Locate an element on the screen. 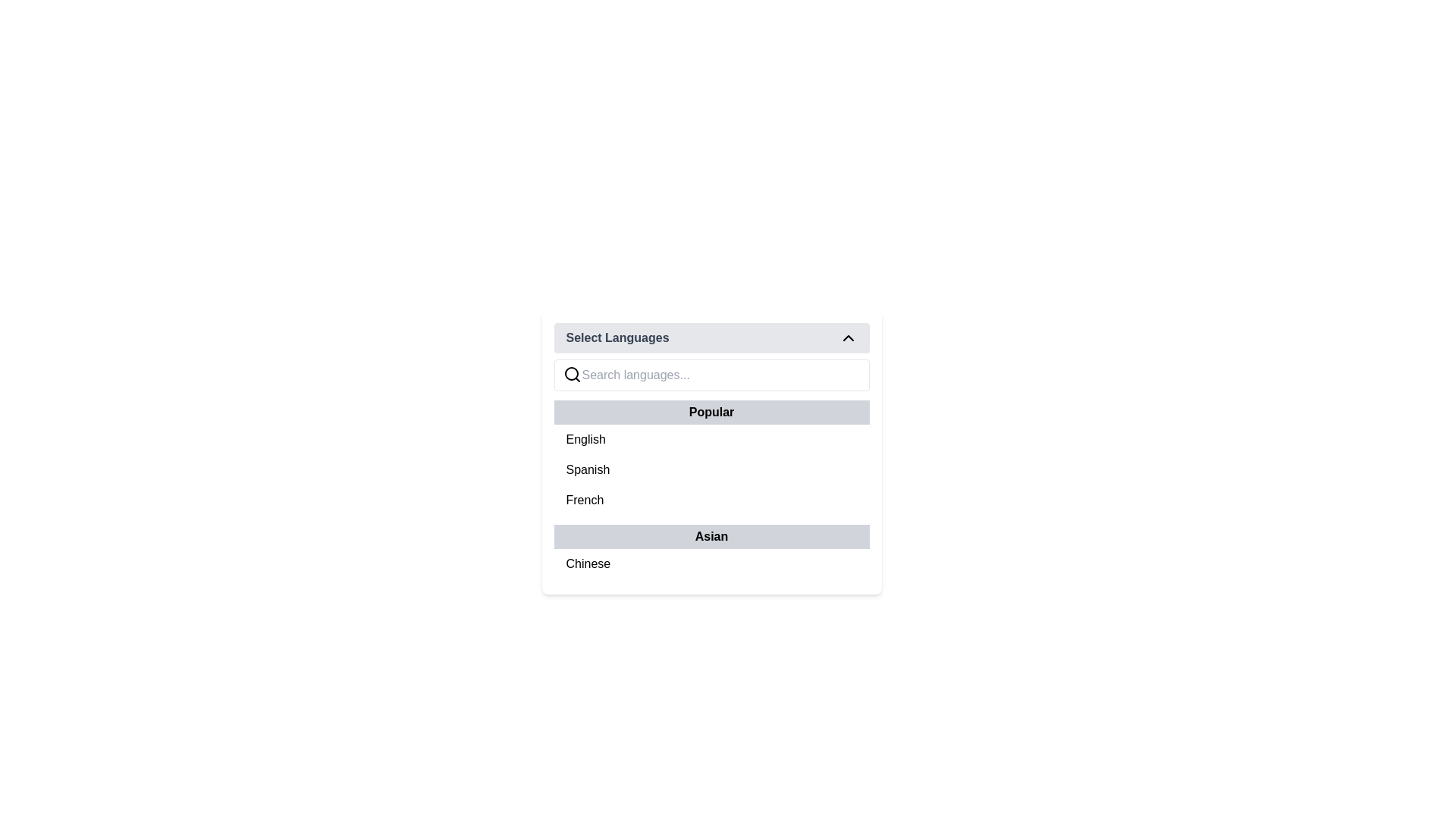  the upward-pointing chevron icon located in the top-right corner of the 'Select Languages' button is located at coordinates (847, 337).